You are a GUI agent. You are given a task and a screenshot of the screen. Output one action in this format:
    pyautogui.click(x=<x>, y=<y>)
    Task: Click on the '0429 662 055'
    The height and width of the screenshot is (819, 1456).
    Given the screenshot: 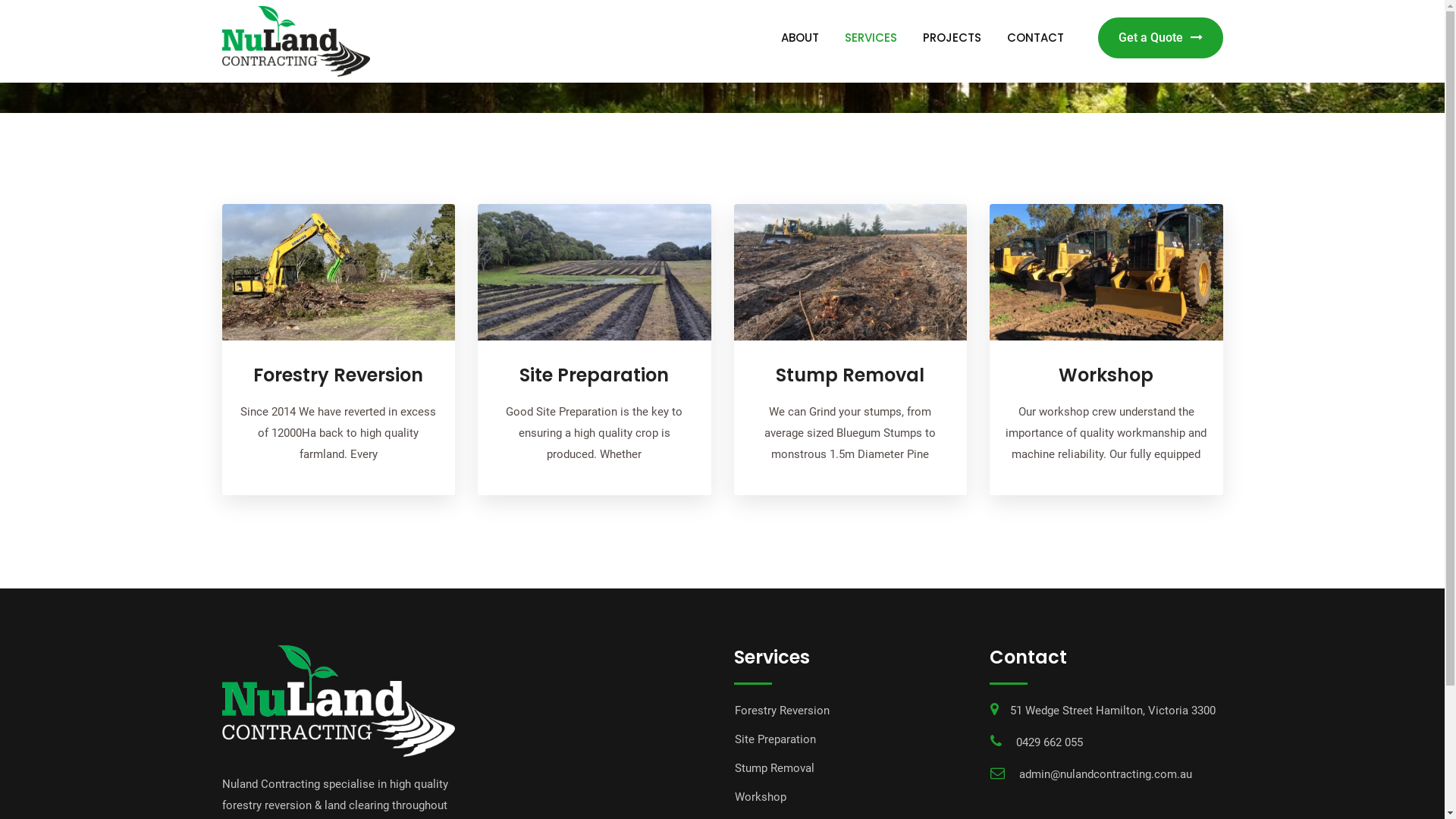 What is the action you would take?
    pyautogui.click(x=1048, y=742)
    